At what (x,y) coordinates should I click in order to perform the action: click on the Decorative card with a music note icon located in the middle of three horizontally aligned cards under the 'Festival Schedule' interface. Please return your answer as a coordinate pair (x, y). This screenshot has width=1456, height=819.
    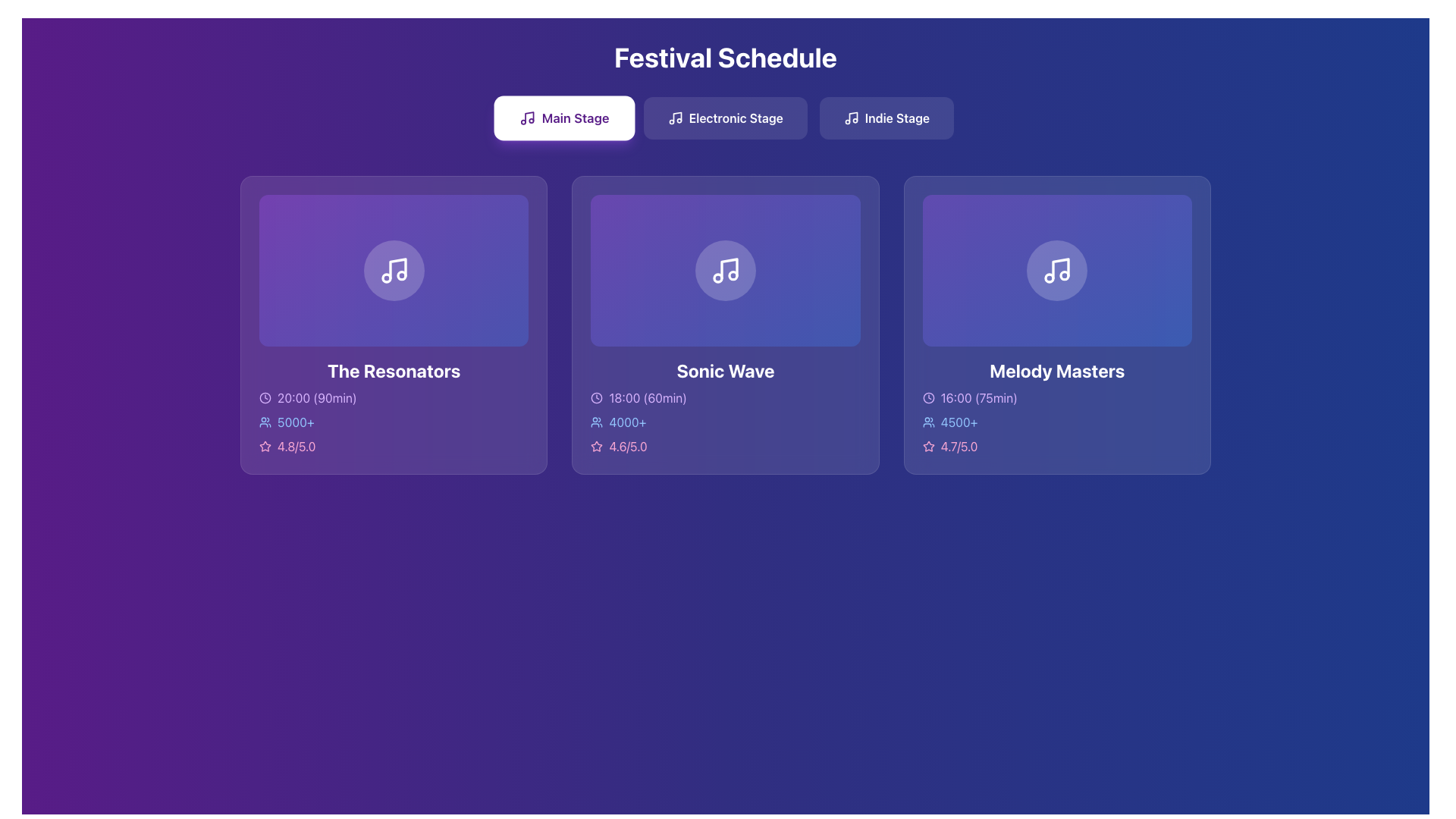
    Looking at the image, I should click on (724, 269).